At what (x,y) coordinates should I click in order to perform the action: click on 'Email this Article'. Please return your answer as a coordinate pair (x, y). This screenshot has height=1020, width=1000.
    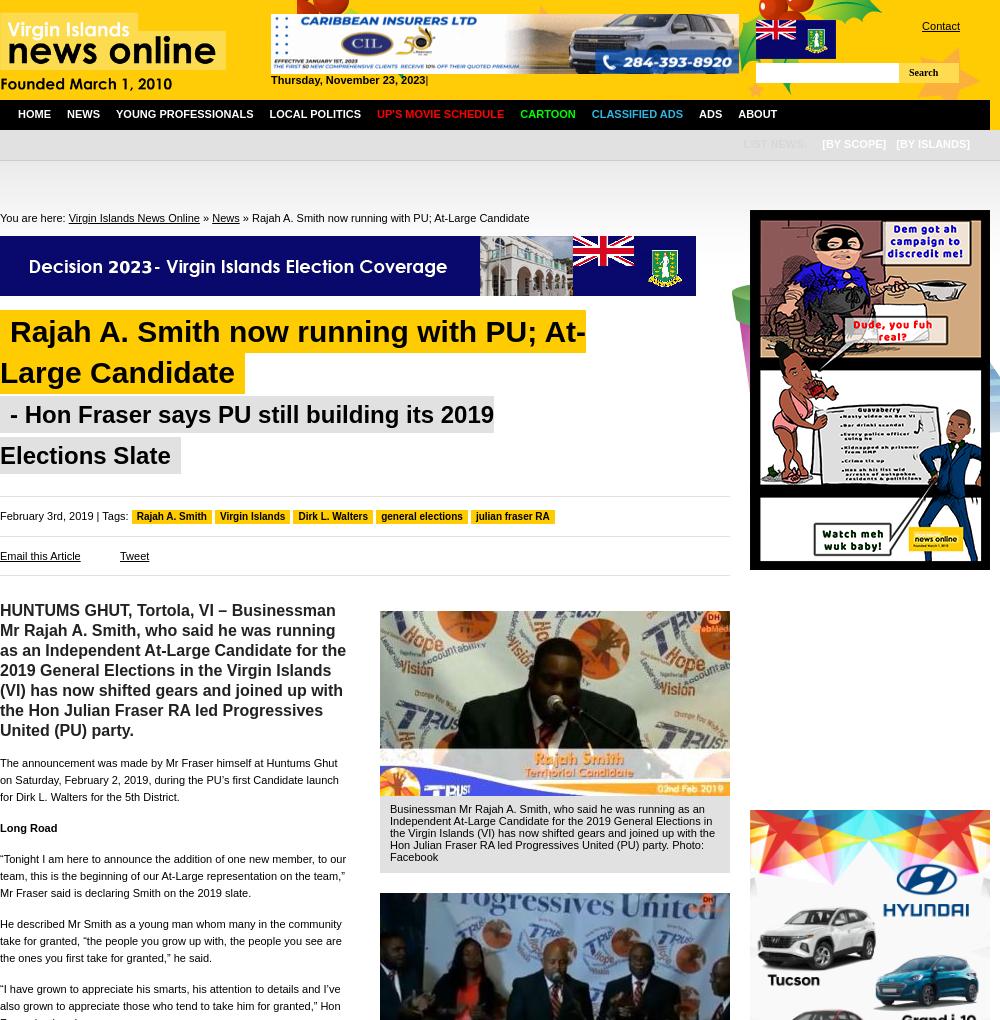
    Looking at the image, I should click on (40, 556).